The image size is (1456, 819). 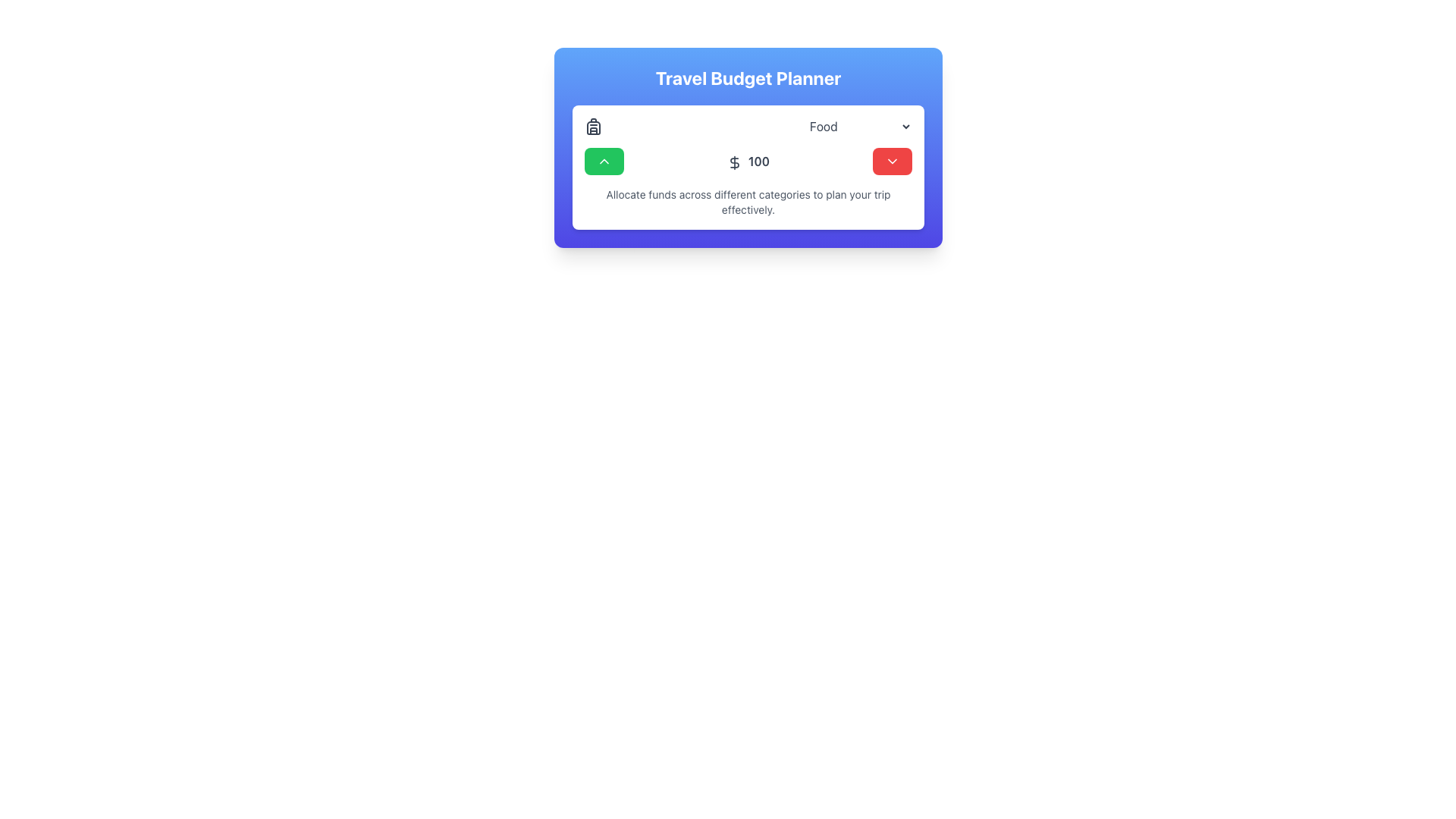 What do you see at coordinates (859, 125) in the screenshot?
I see `an option from the dropdown menu located in the categorized budgeting section, which is positioned centrally and near the top of the interface` at bounding box center [859, 125].